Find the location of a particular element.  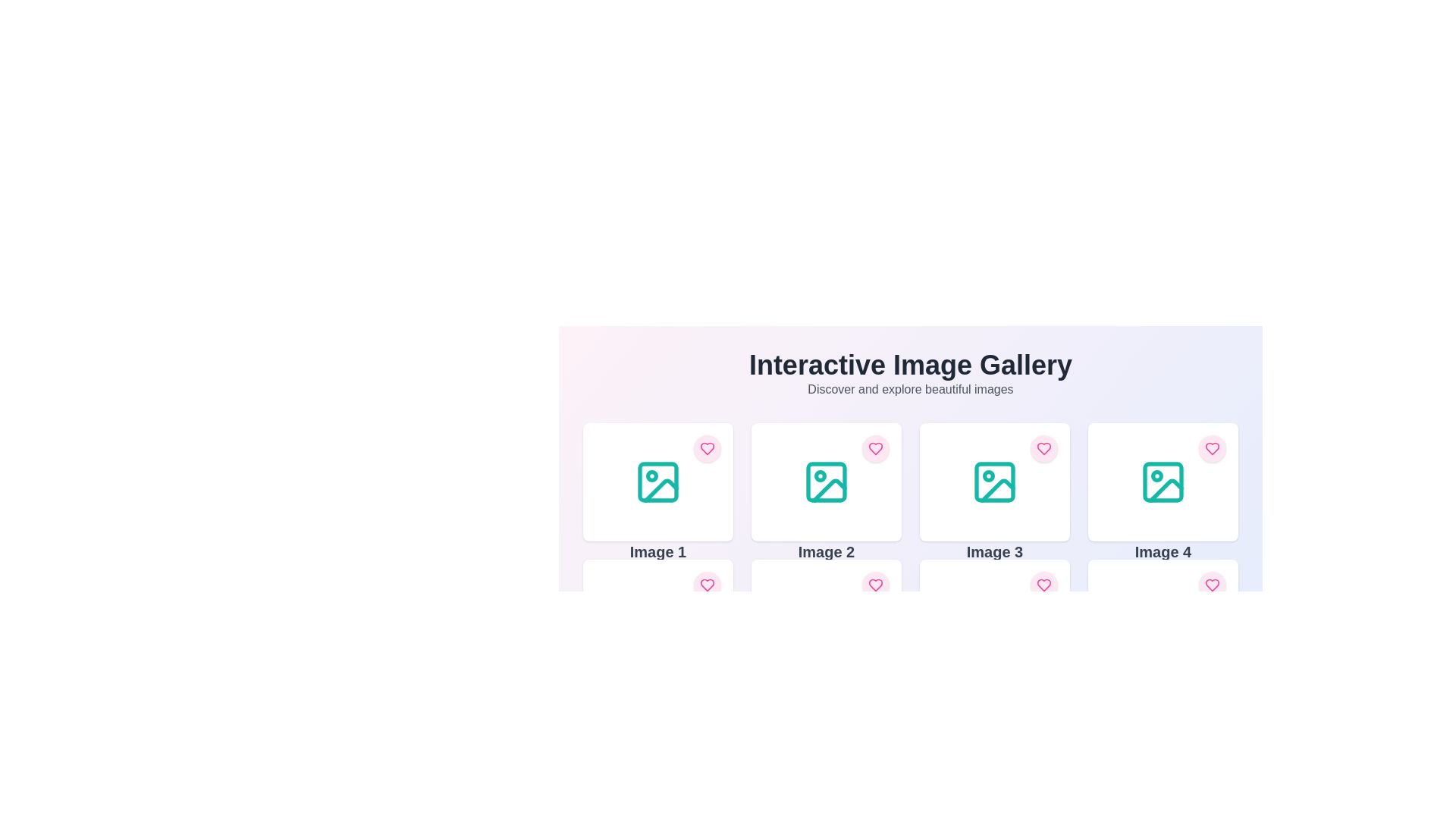

the SVG icon depicting an image-like symbol located in the first card of the 'Interactive Image Gallery' under 'Image 1' is located at coordinates (658, 482).